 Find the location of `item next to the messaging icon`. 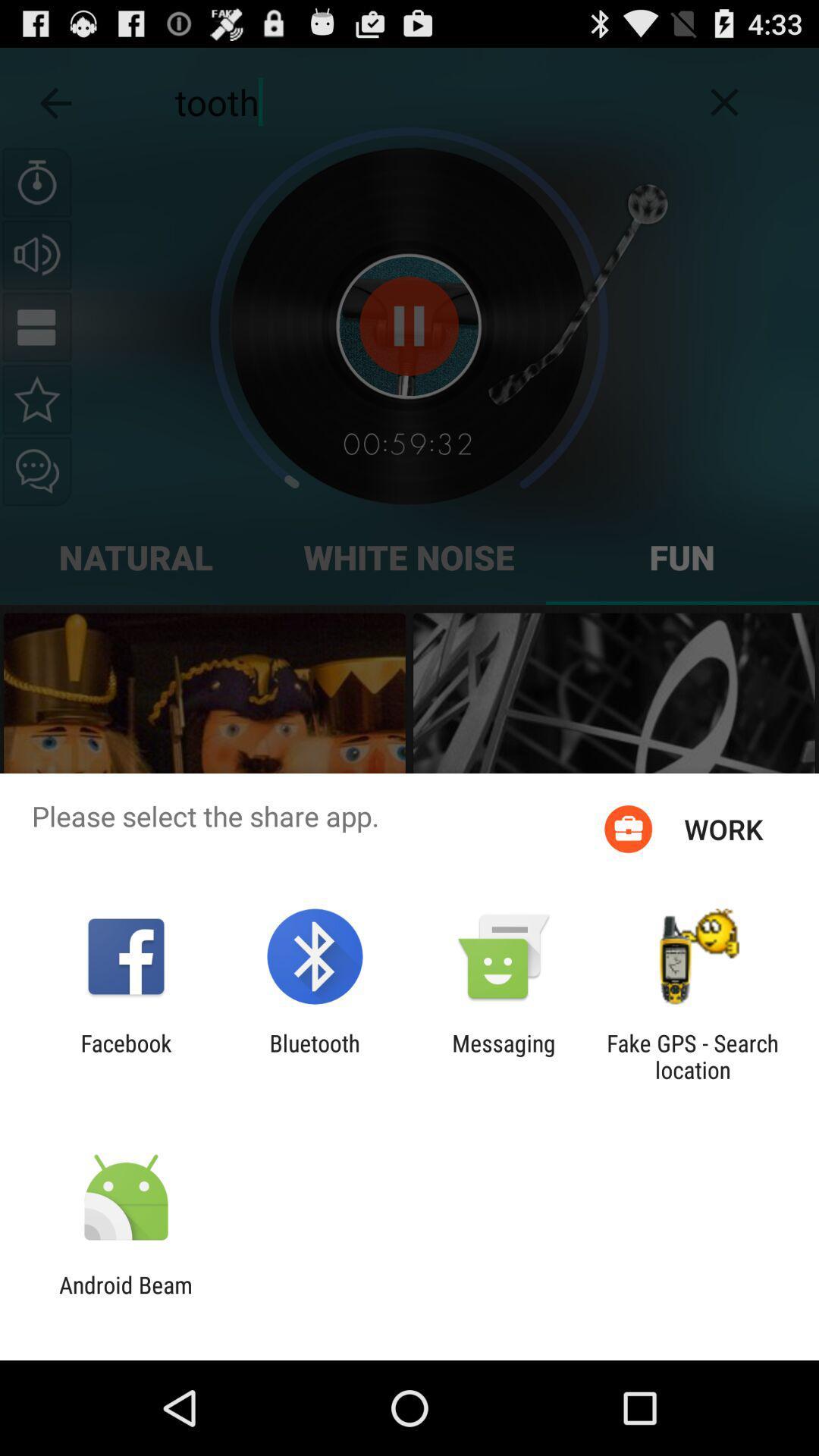

item next to the messaging icon is located at coordinates (692, 1056).